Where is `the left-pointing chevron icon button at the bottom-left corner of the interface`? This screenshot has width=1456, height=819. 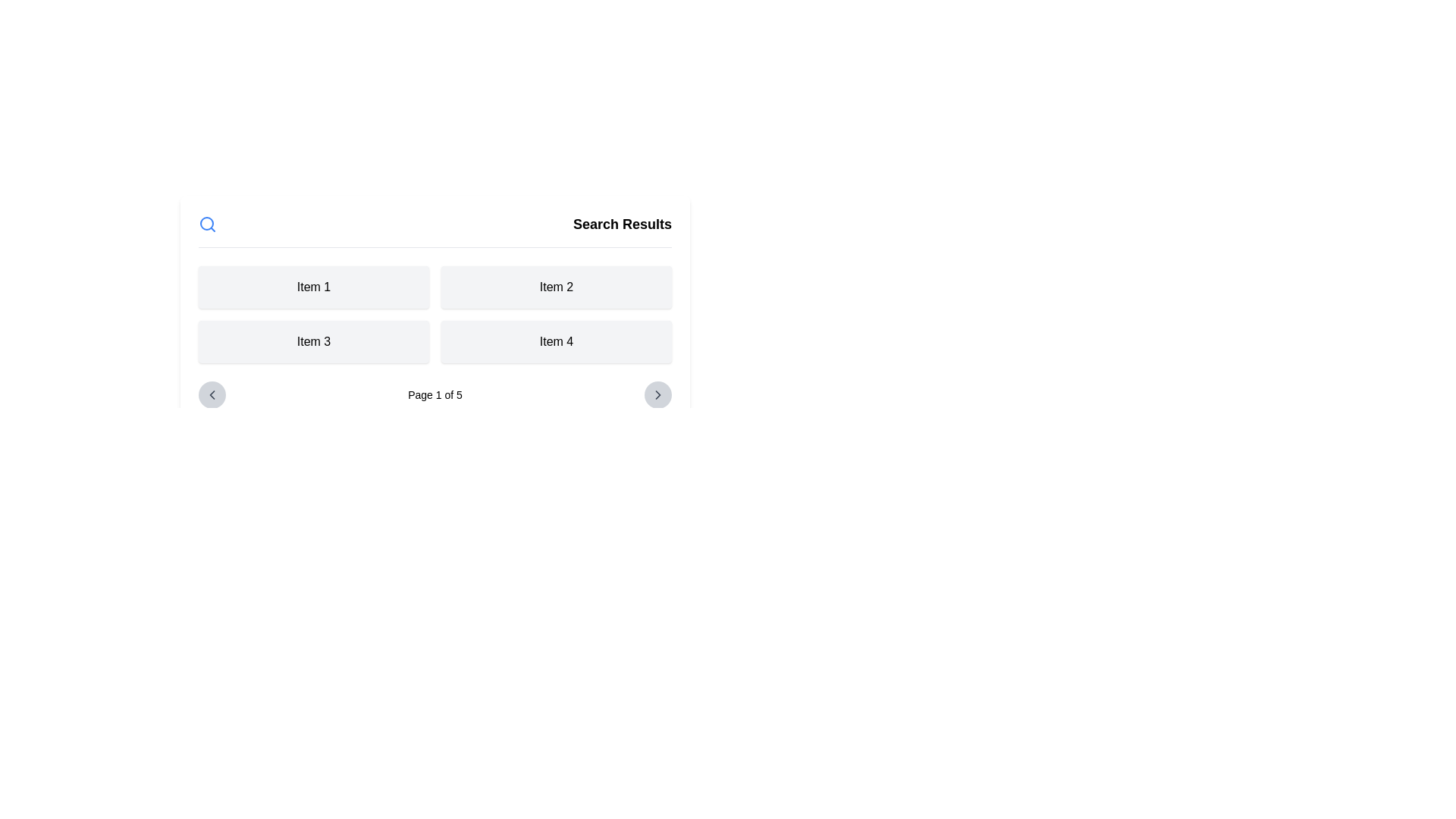 the left-pointing chevron icon button at the bottom-left corner of the interface is located at coordinates (211, 394).